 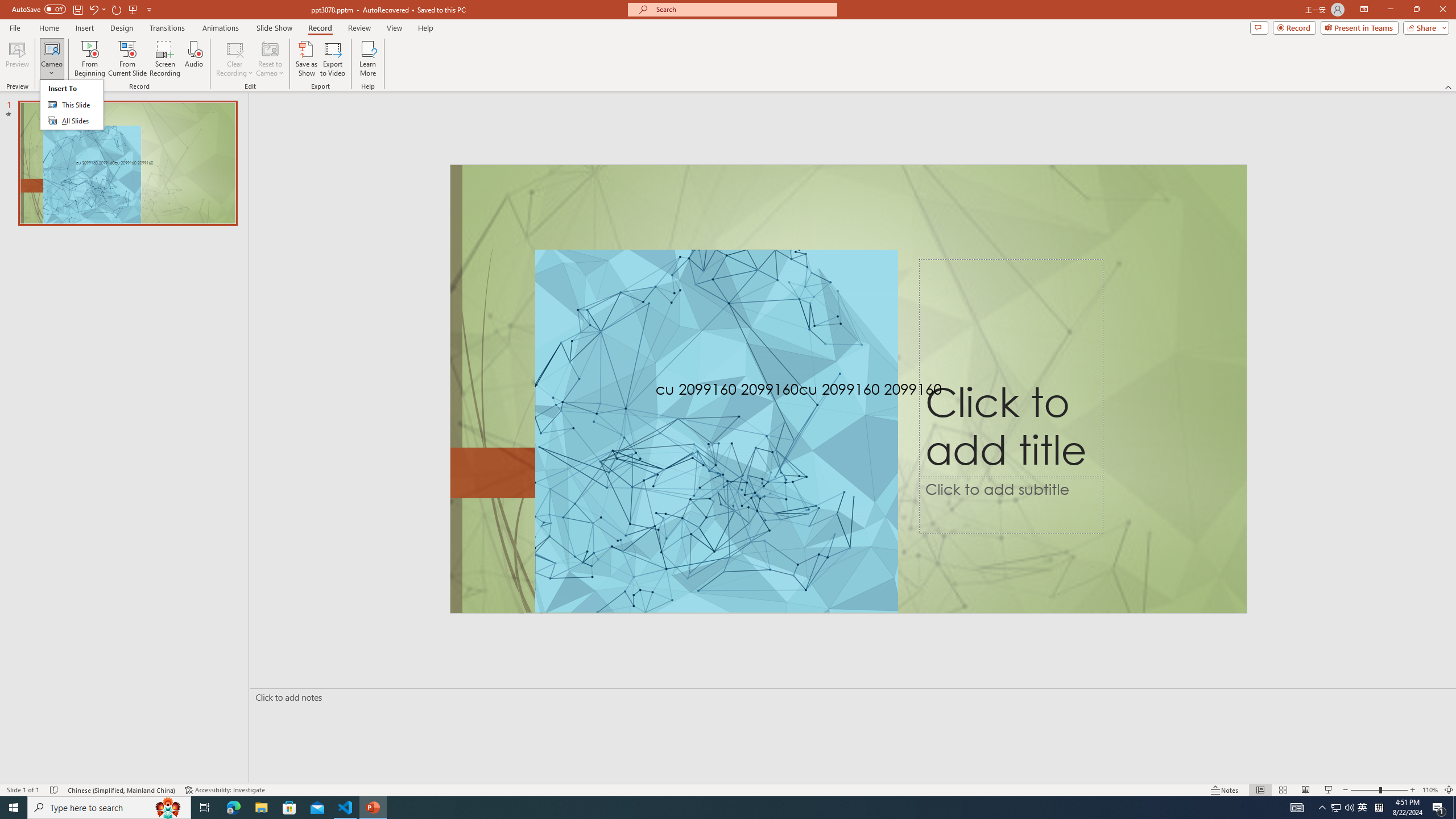 What do you see at coordinates (234, 59) in the screenshot?
I see `'Clear Recording'` at bounding box center [234, 59].